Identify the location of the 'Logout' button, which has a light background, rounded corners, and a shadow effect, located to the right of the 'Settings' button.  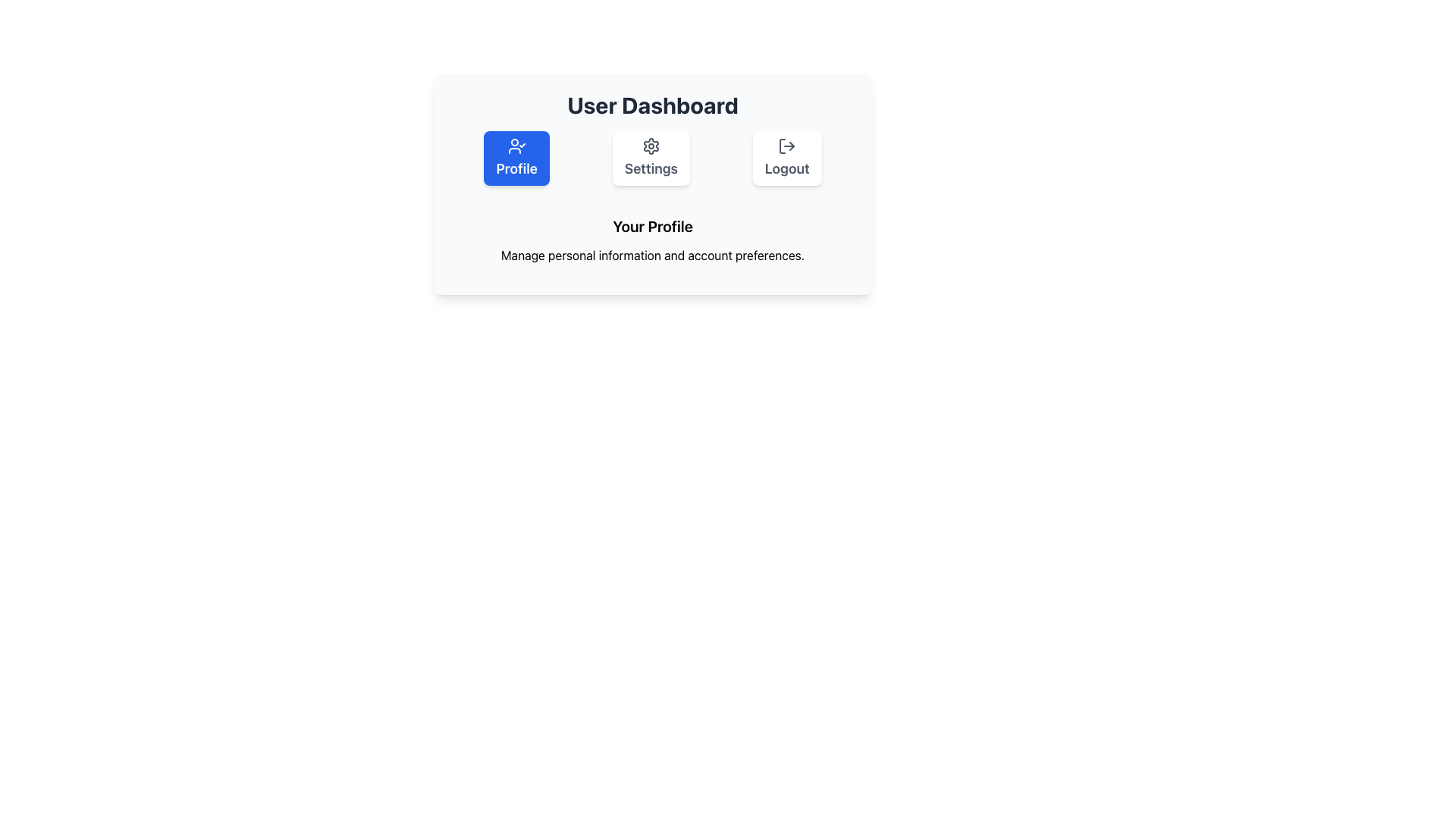
(787, 158).